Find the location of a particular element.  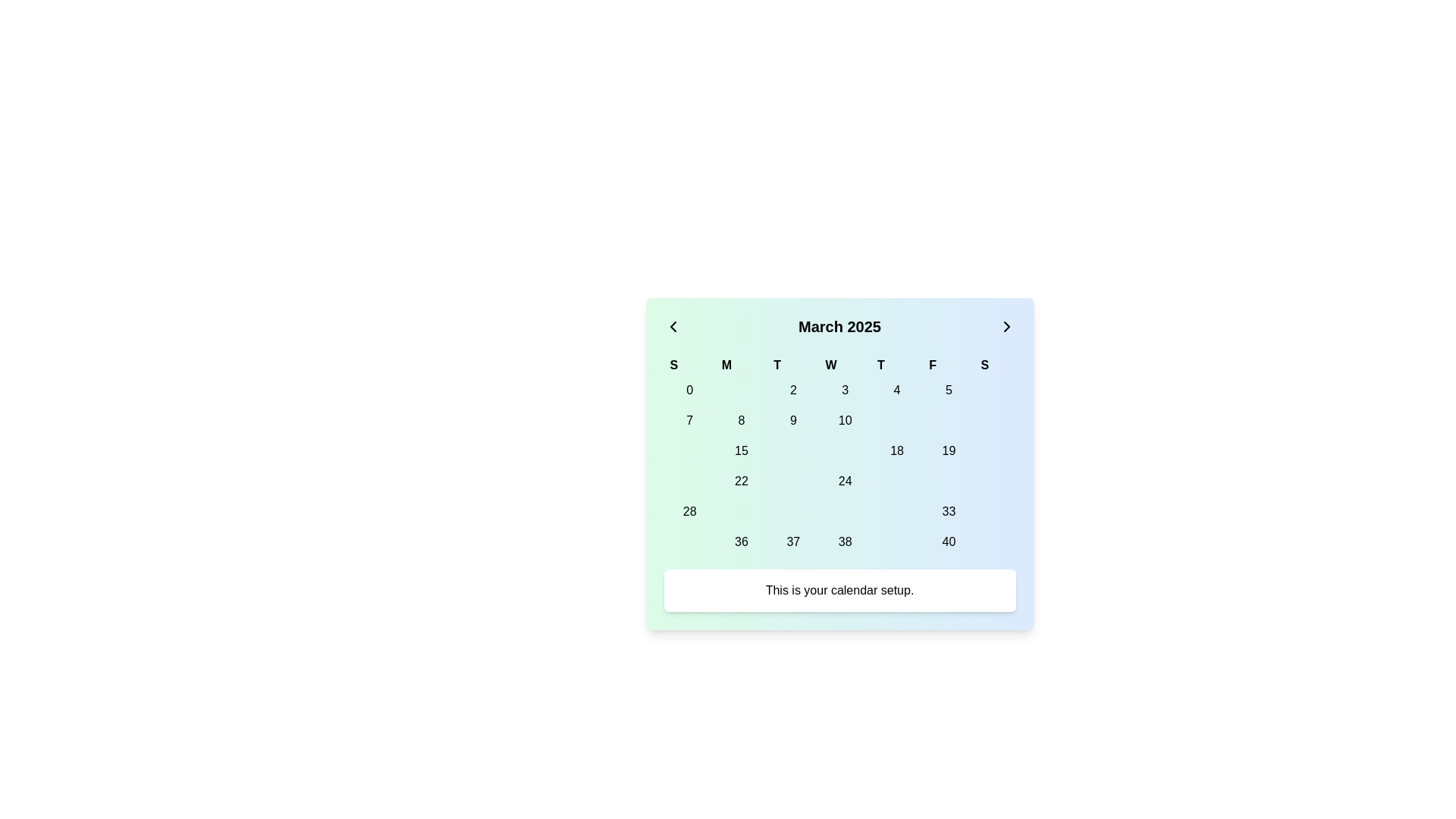

the date display labeled '7' in the calendar layout, located in the second row and first column under 'S' (Sunday) is located at coordinates (689, 421).